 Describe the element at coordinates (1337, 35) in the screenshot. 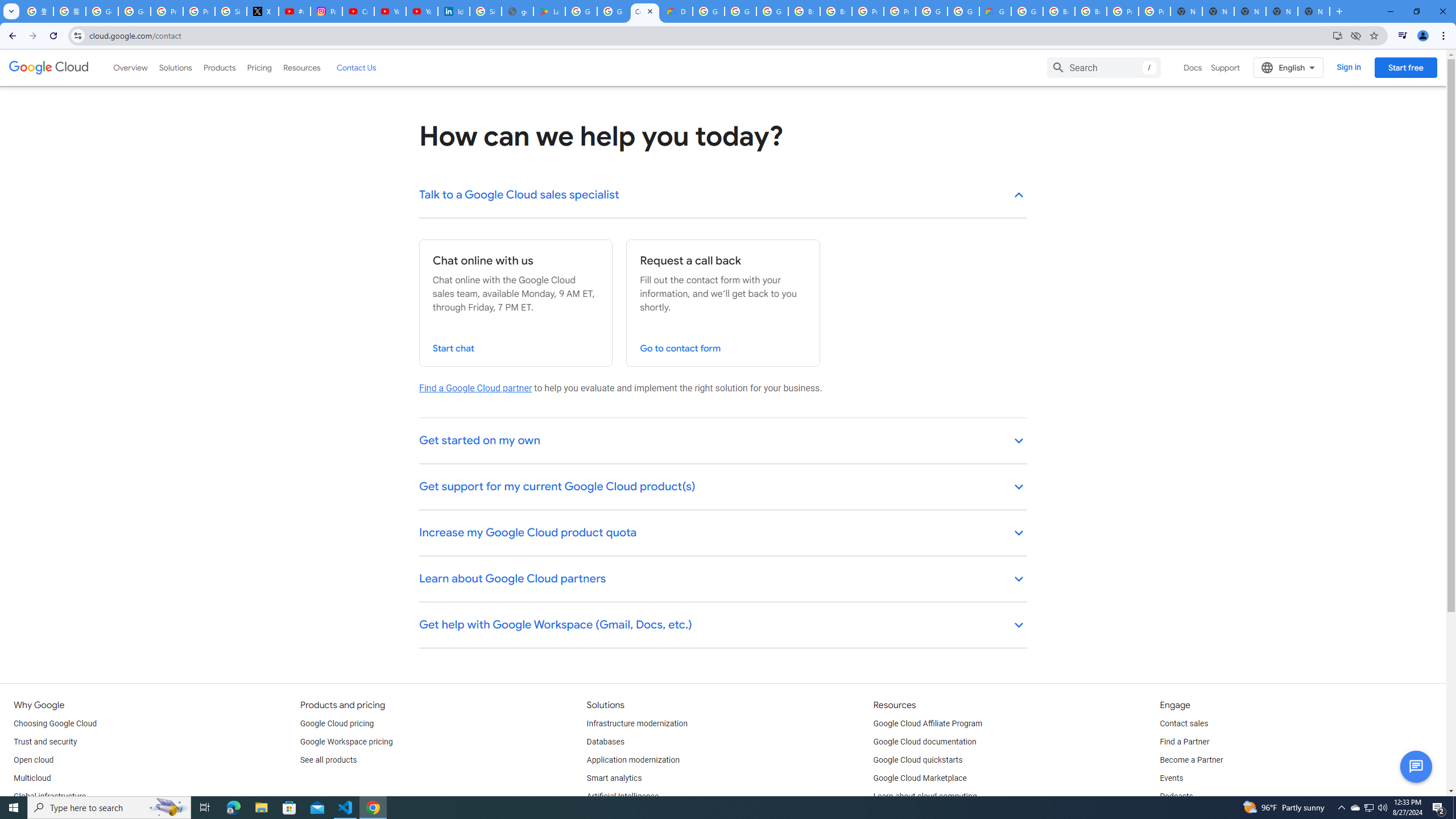

I see `'Install Google Cloud'` at that location.